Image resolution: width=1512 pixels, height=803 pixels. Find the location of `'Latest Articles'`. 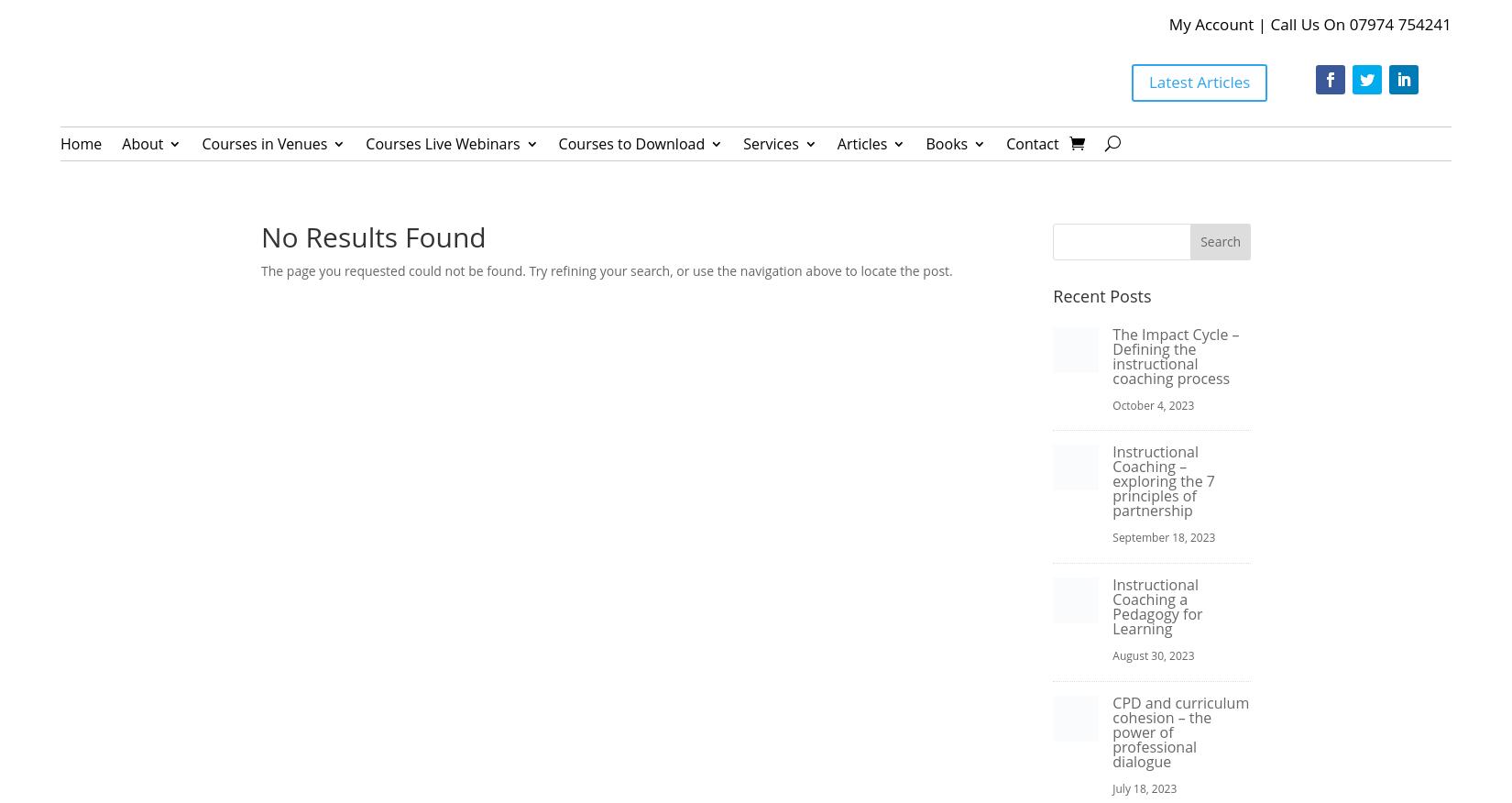

'Latest Articles' is located at coordinates (1198, 82).